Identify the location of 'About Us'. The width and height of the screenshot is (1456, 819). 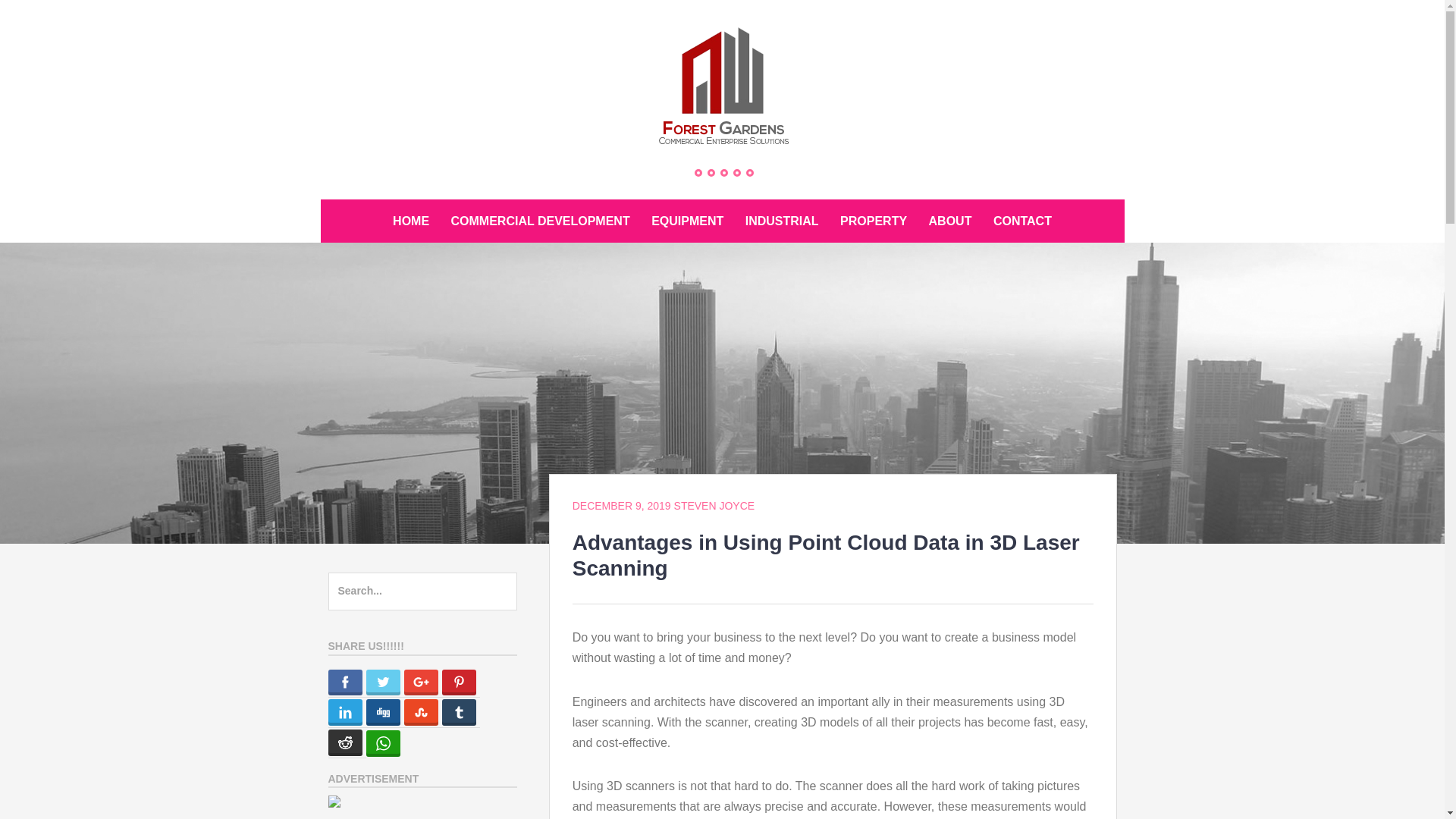
(710, 171).